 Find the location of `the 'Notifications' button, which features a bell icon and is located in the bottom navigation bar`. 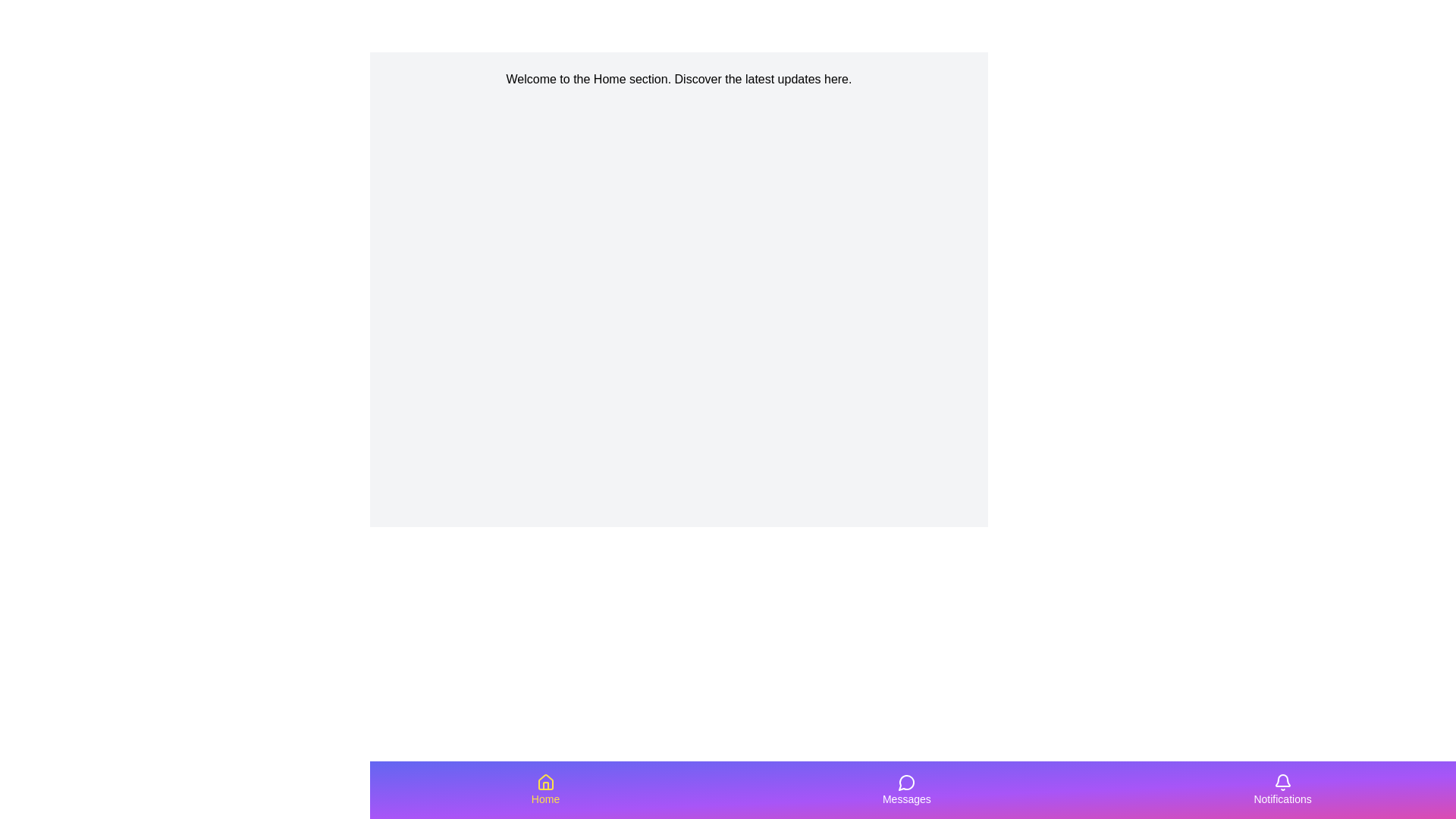

the 'Notifications' button, which features a bell icon and is located in the bottom navigation bar is located at coordinates (1282, 789).